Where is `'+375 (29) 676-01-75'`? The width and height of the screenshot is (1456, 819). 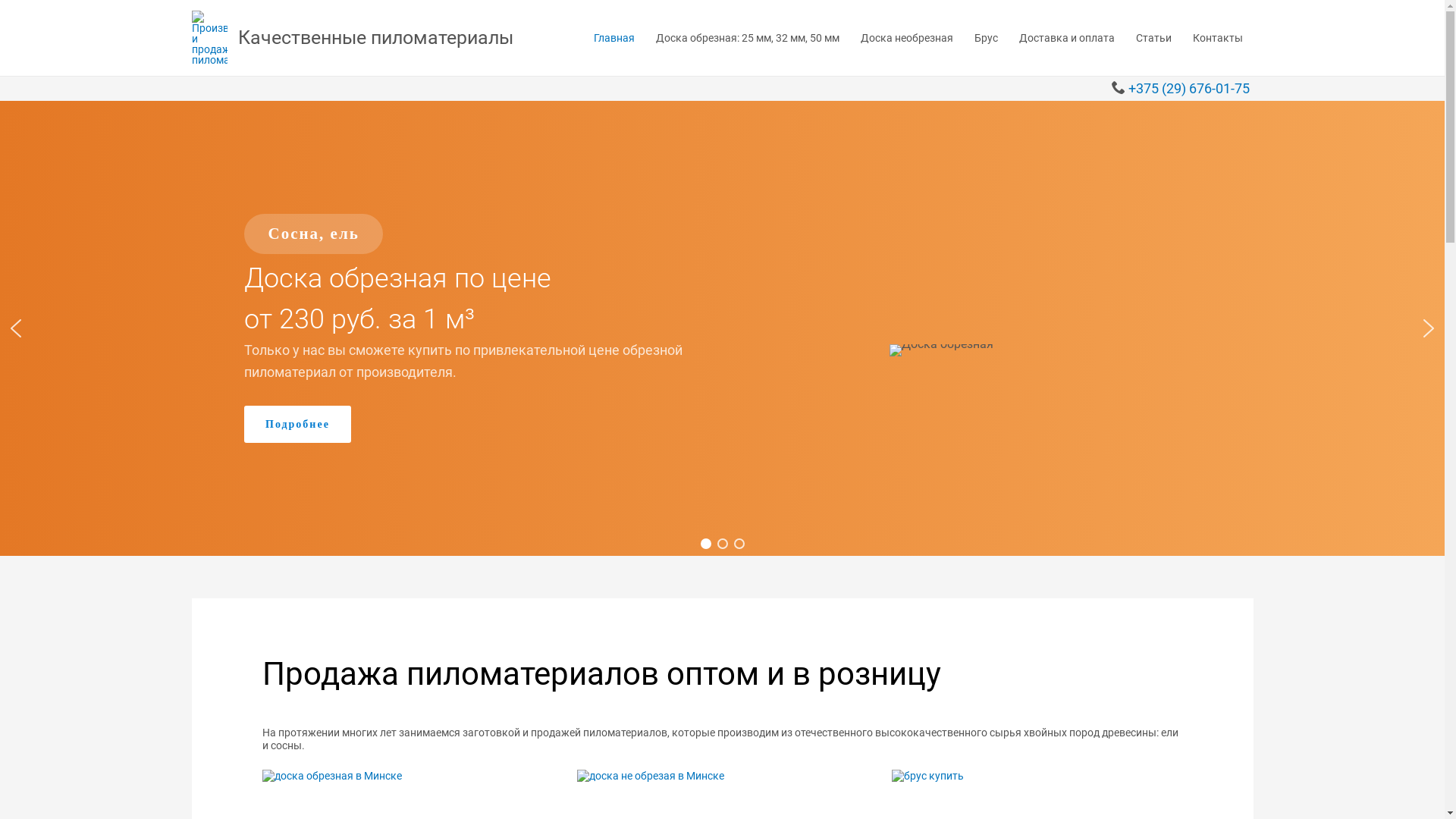
'+375 (29) 676-01-75' is located at coordinates (1128, 88).